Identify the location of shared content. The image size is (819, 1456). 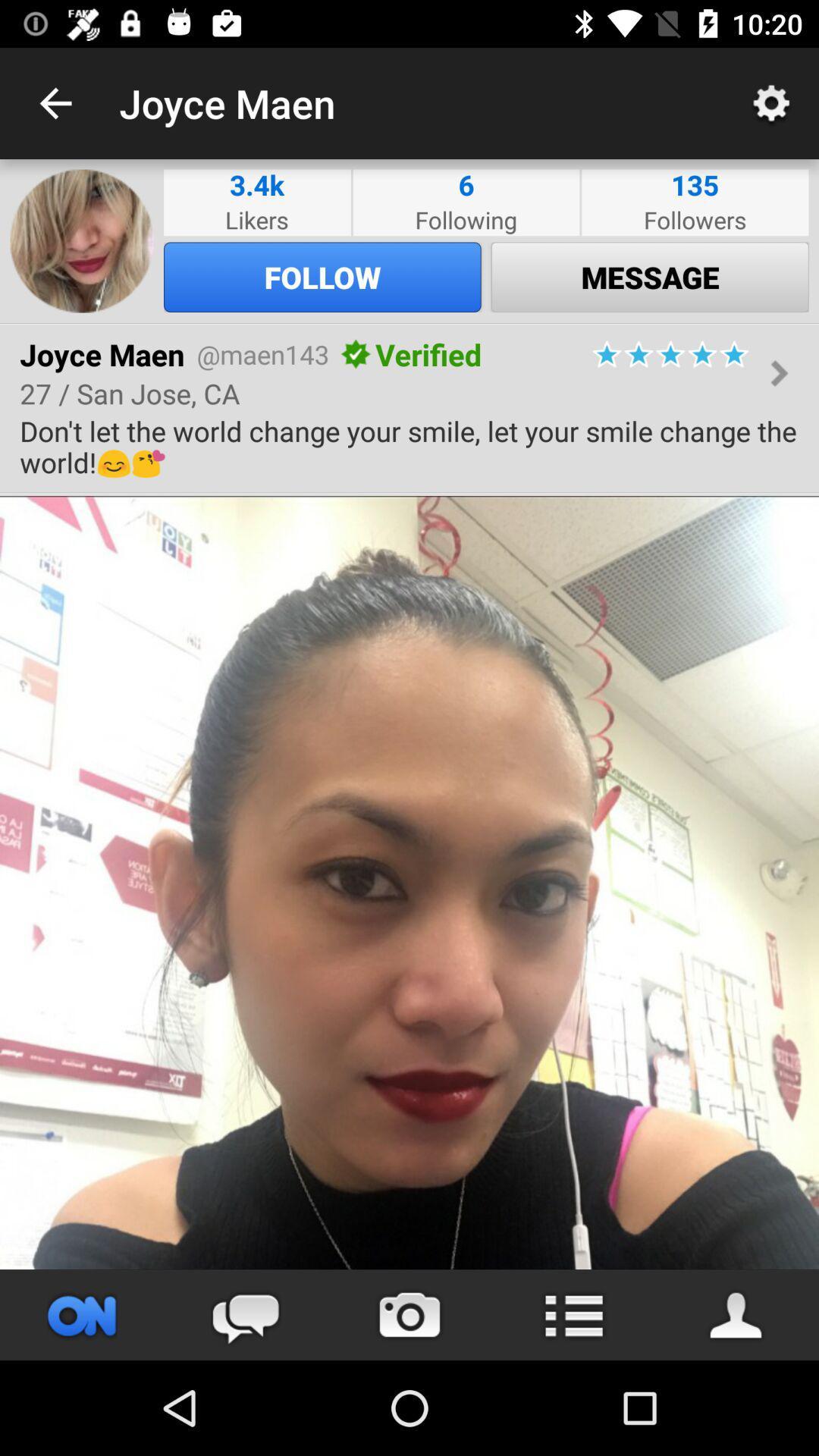
(409, 882).